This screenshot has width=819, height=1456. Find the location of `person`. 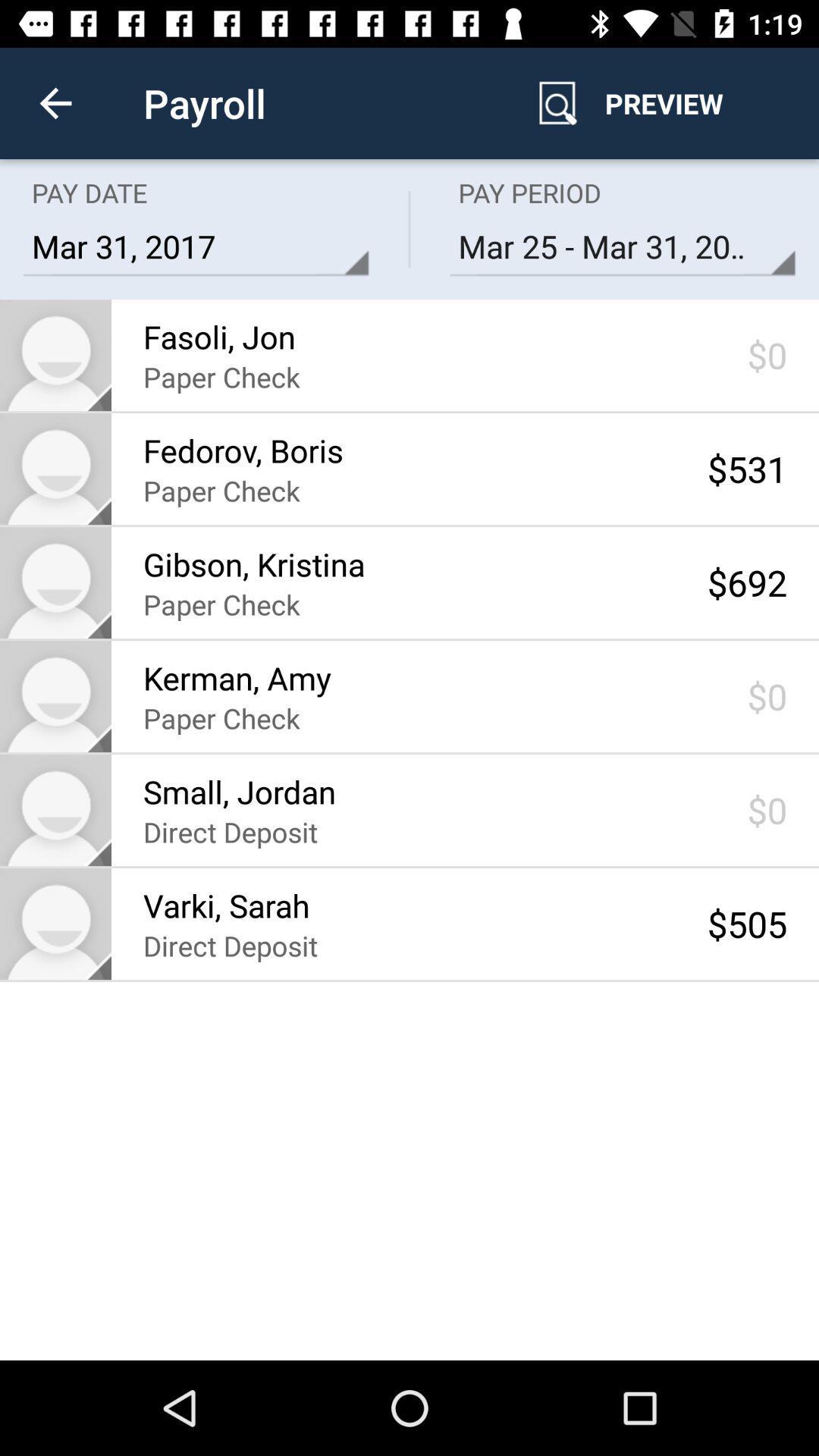

person is located at coordinates (55, 354).